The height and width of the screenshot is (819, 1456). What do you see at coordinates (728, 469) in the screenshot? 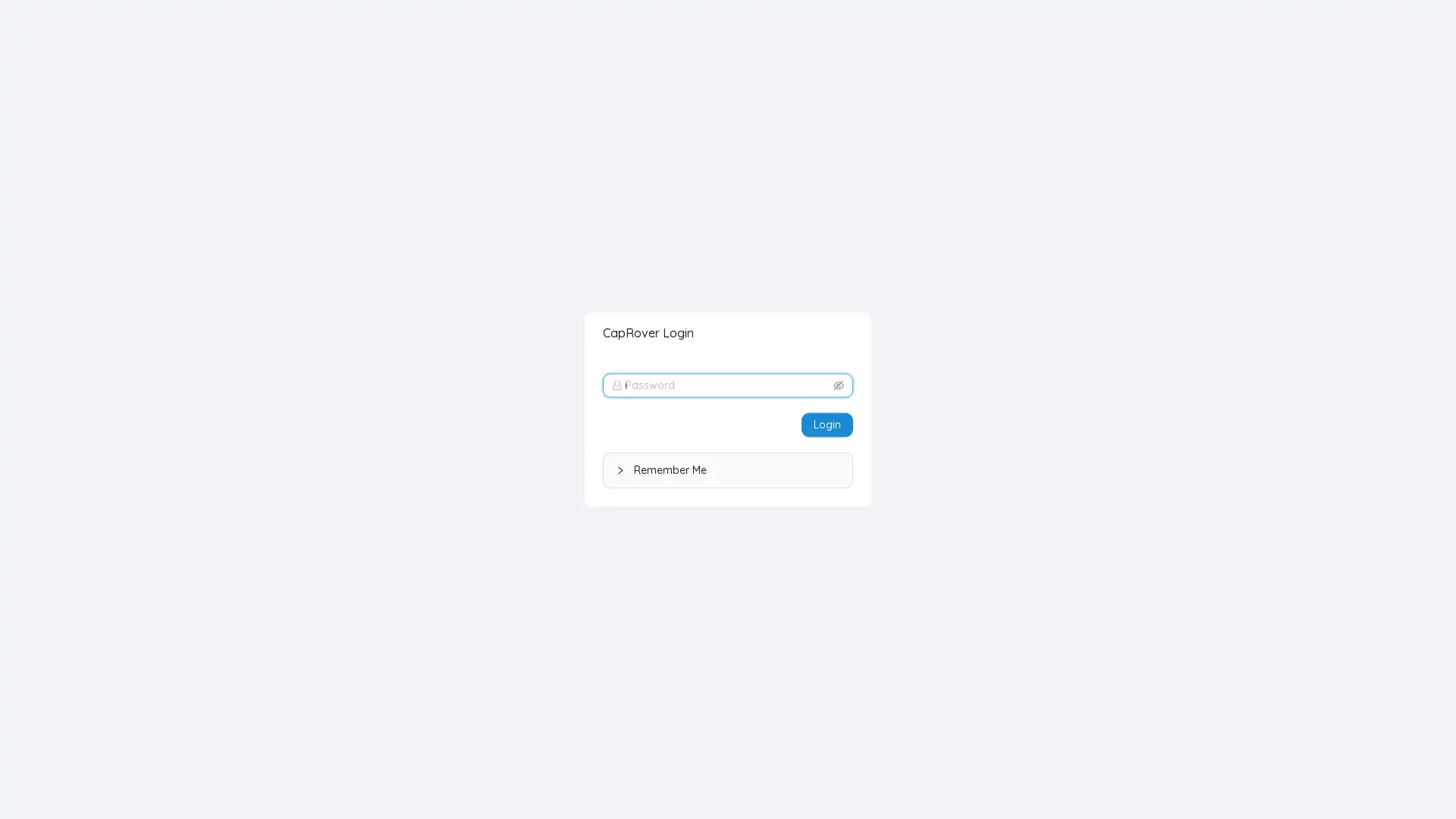
I see `right Remember Me` at bounding box center [728, 469].